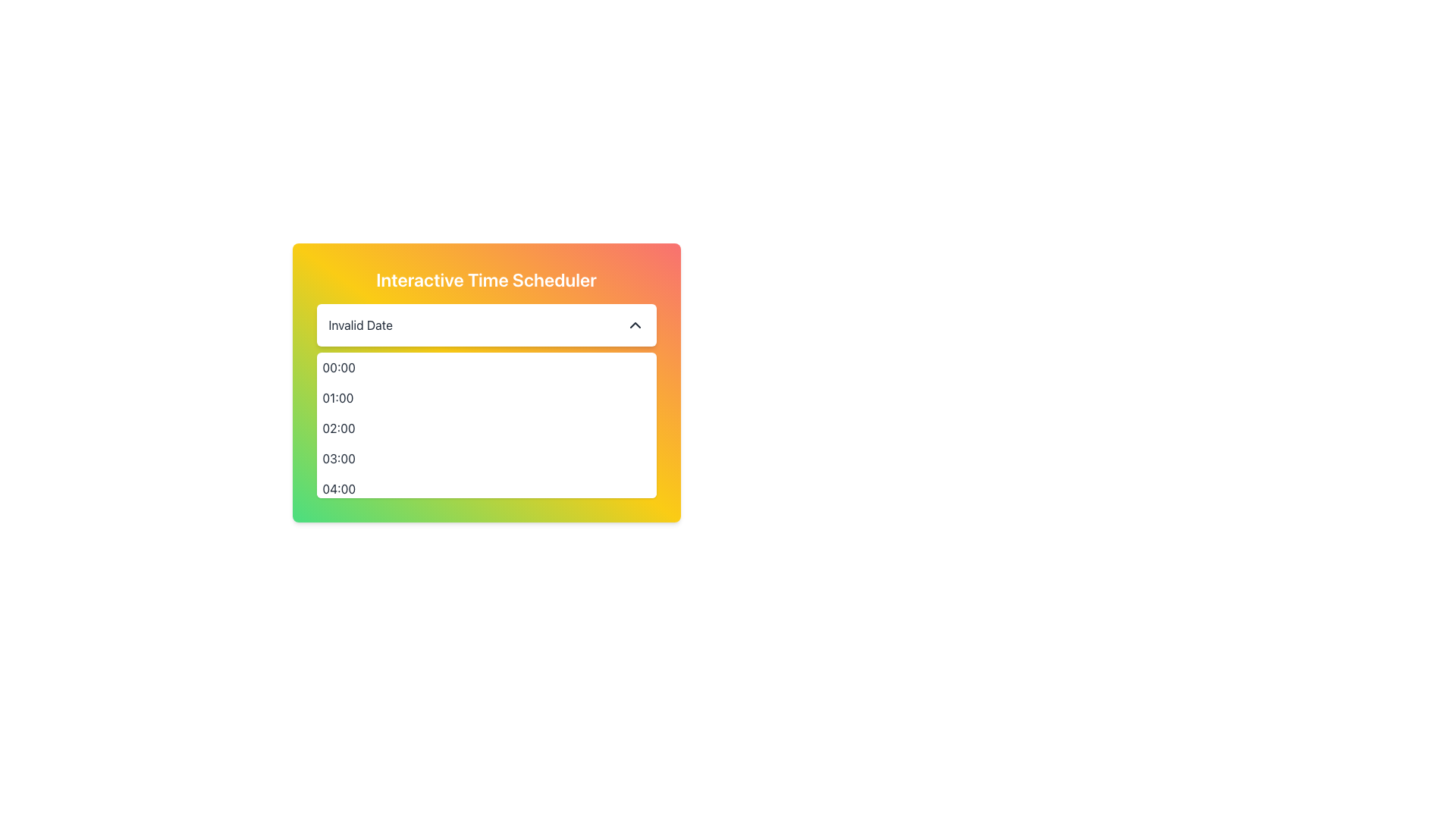  What do you see at coordinates (486, 382) in the screenshot?
I see `a timeslot option in the 'Interactive Time Scheduler' panel, which displays selectable time slots such as '00:00', '01:00', etc` at bounding box center [486, 382].